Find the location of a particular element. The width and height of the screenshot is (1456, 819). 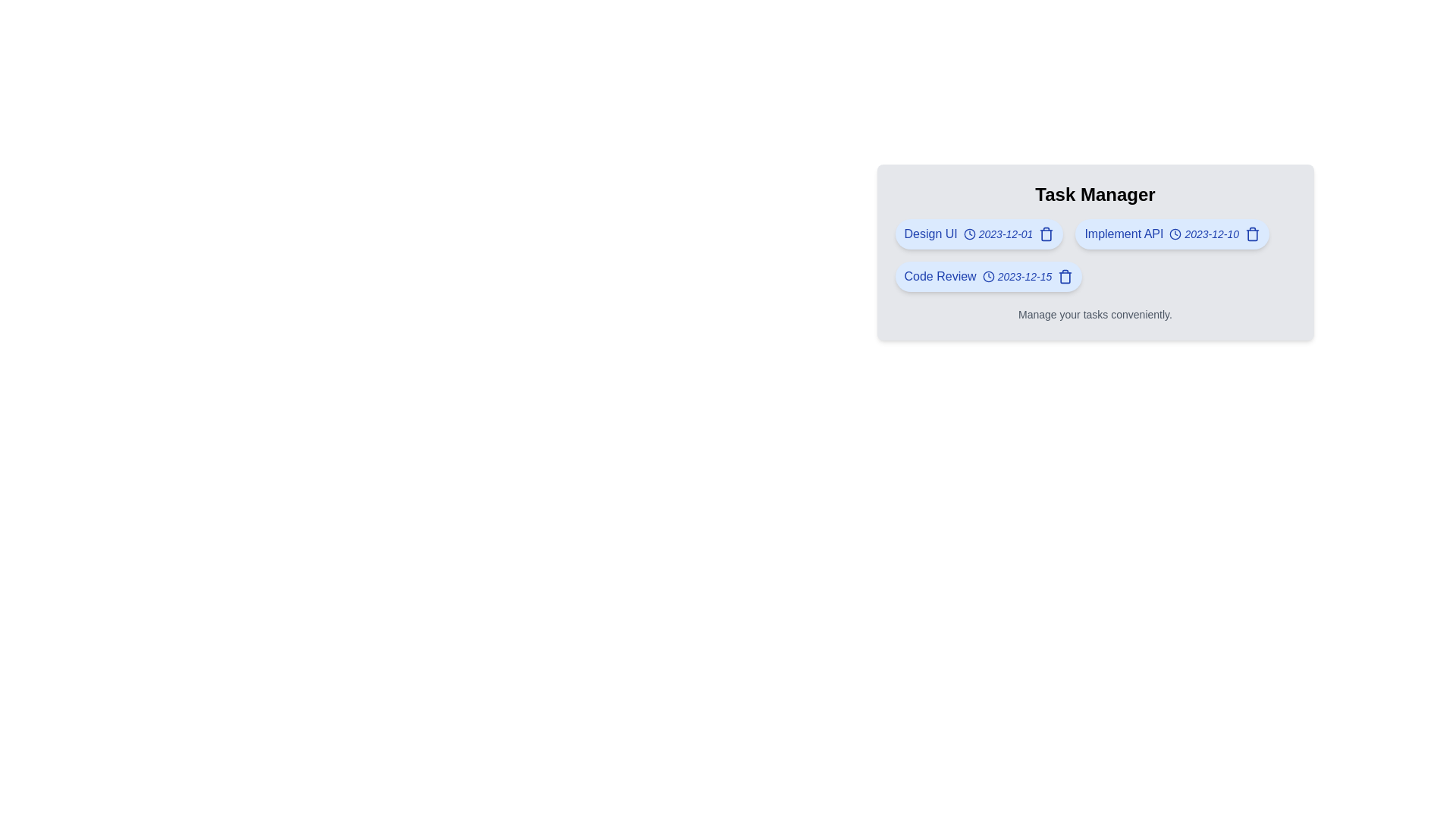

the trash icon to remove the task named Code Review is located at coordinates (1065, 277).